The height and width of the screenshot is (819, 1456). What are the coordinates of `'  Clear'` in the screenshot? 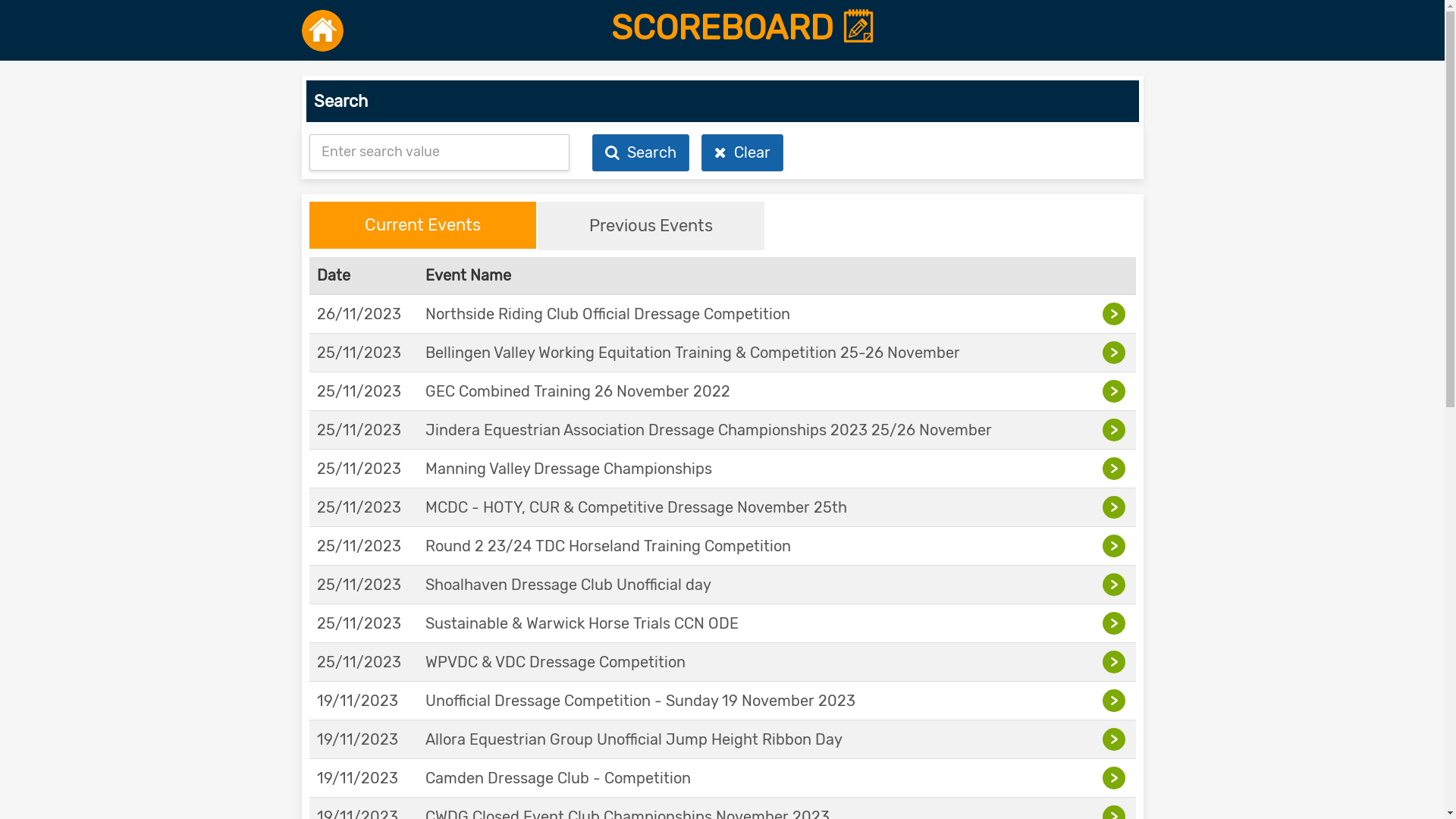 It's located at (742, 152).